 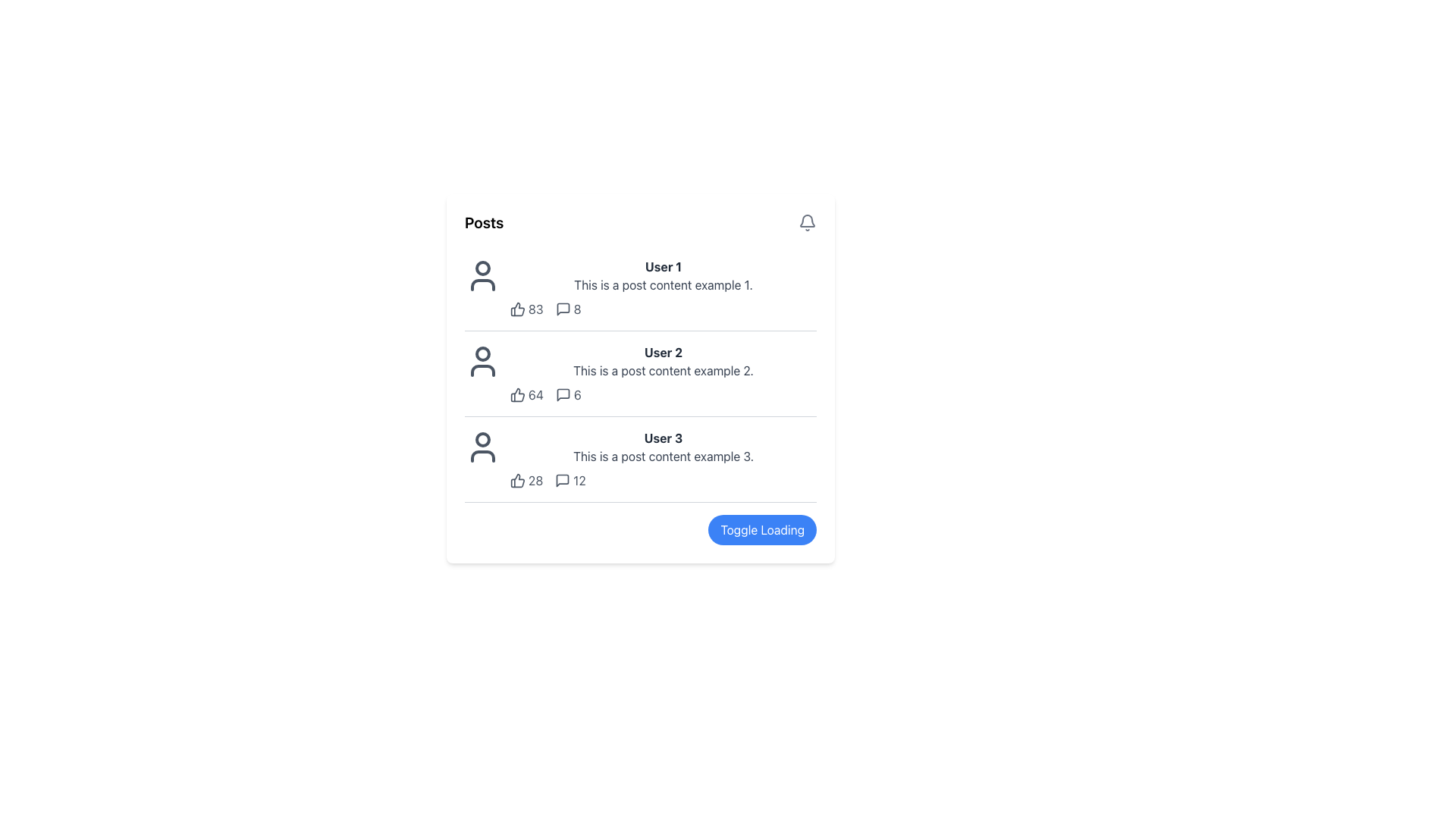 What do you see at coordinates (567, 394) in the screenshot?
I see `the statistical display with a speech bubble icon and the number '6', which is located in the second post entry, right of the like count (64)` at bounding box center [567, 394].